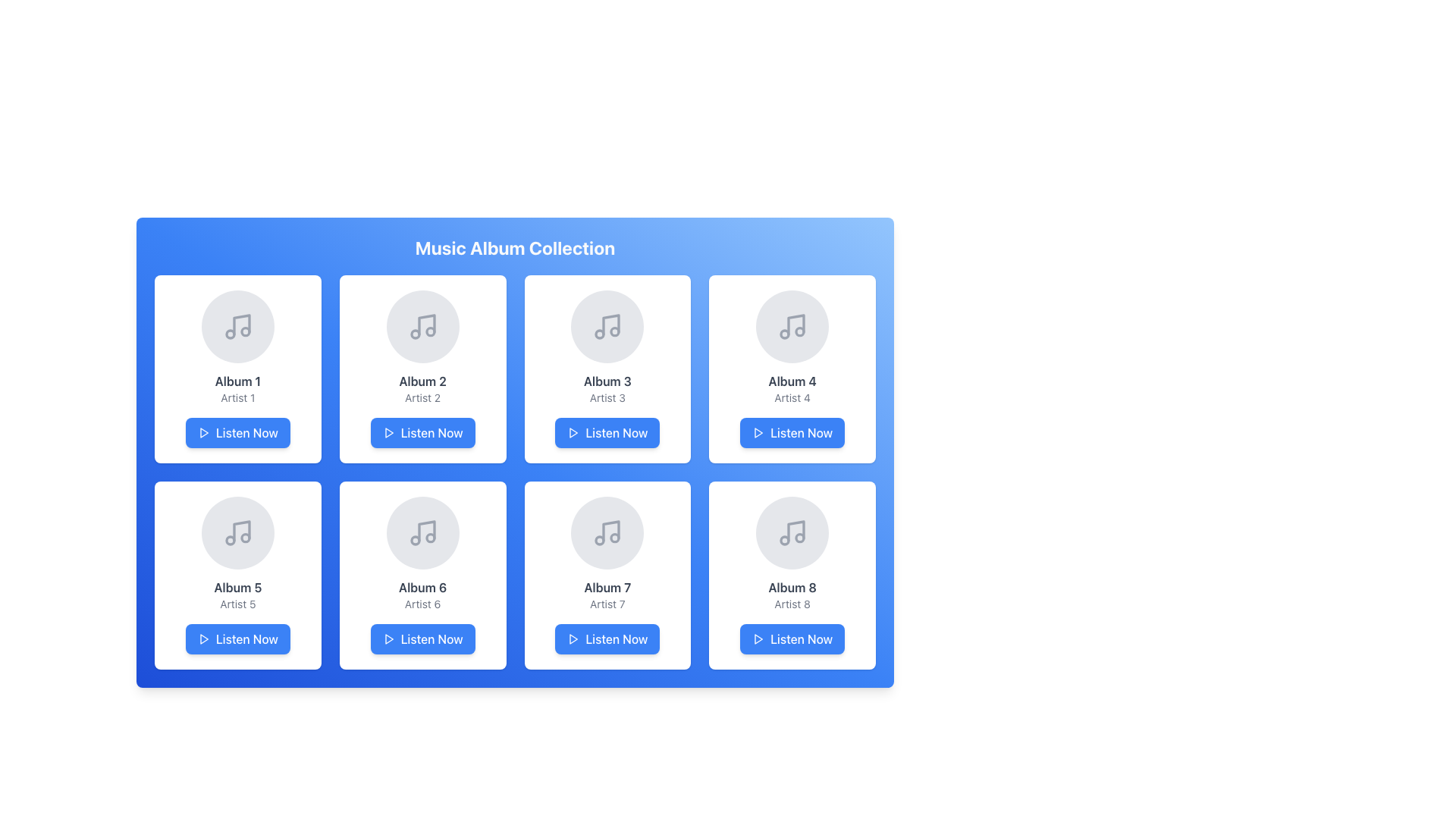 This screenshot has height=819, width=1456. I want to click on the musical note icon in a circular gray background located in the third slot of the first row, under the title 'Album 3 Artist 3', so click(607, 326).